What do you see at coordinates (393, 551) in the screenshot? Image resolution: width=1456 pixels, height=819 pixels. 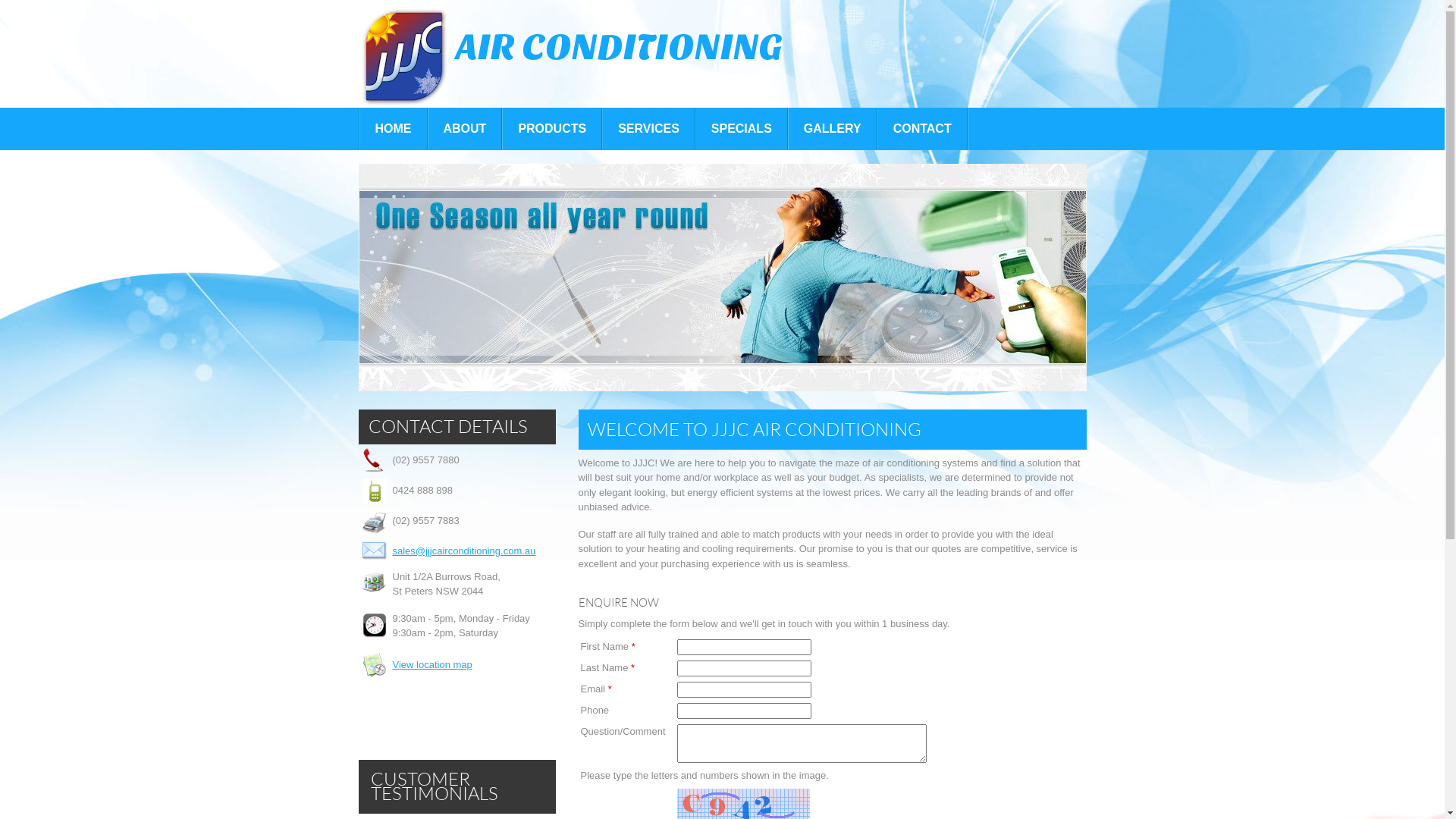 I see `'sales@jjjcairconditioning.com.au'` at bounding box center [393, 551].